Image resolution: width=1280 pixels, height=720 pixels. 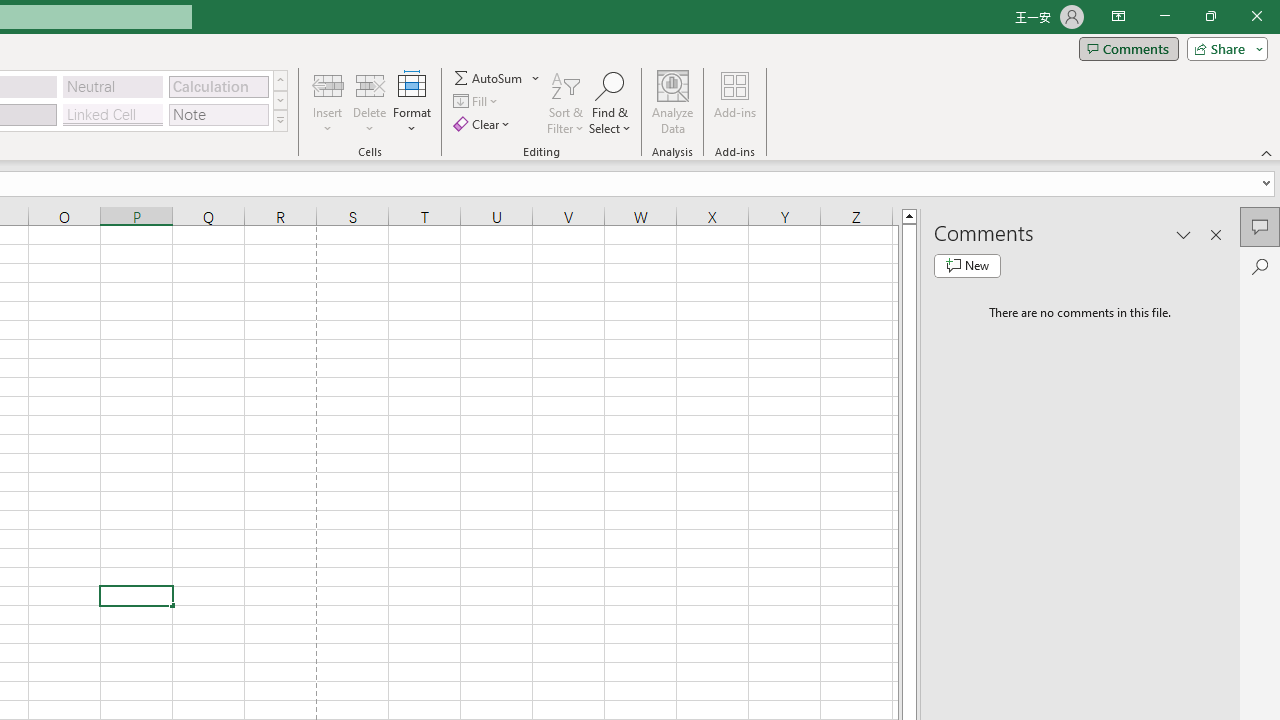 I want to click on 'Sum', so click(x=489, y=77).